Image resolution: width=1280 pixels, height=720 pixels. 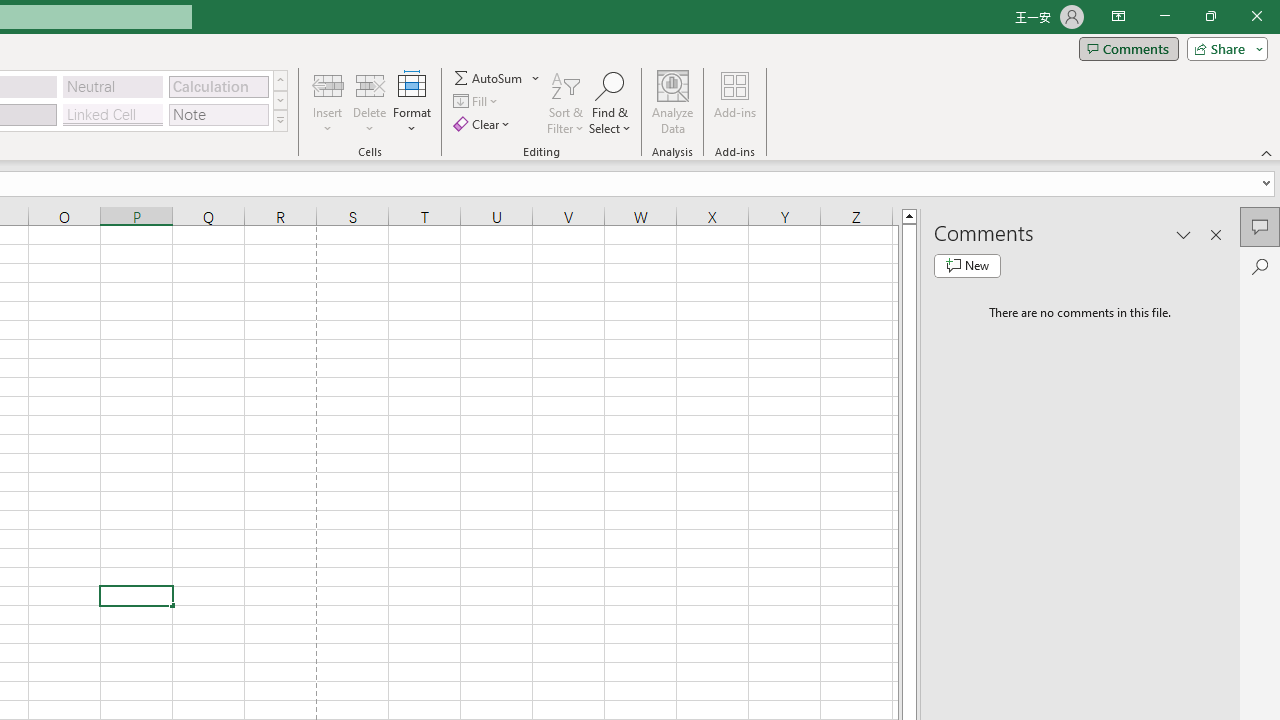 I want to click on 'Sum', so click(x=489, y=77).